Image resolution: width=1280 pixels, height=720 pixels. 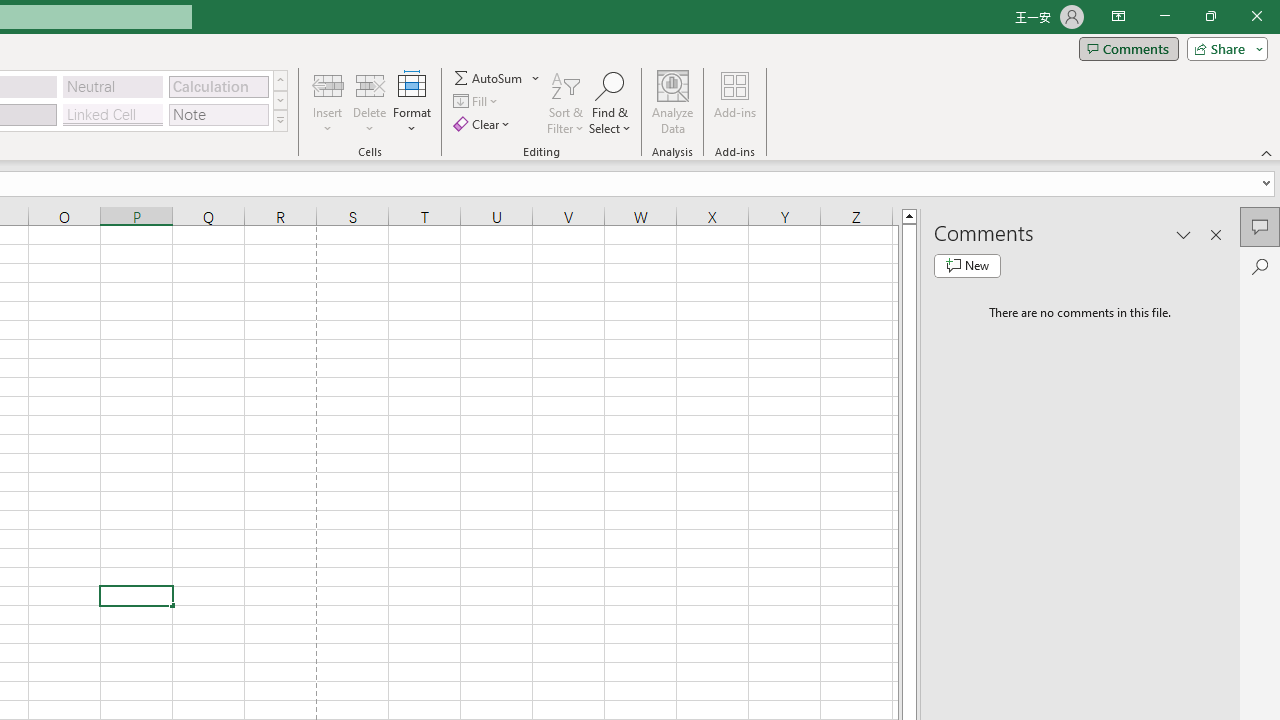 I want to click on 'Sum', so click(x=489, y=77).